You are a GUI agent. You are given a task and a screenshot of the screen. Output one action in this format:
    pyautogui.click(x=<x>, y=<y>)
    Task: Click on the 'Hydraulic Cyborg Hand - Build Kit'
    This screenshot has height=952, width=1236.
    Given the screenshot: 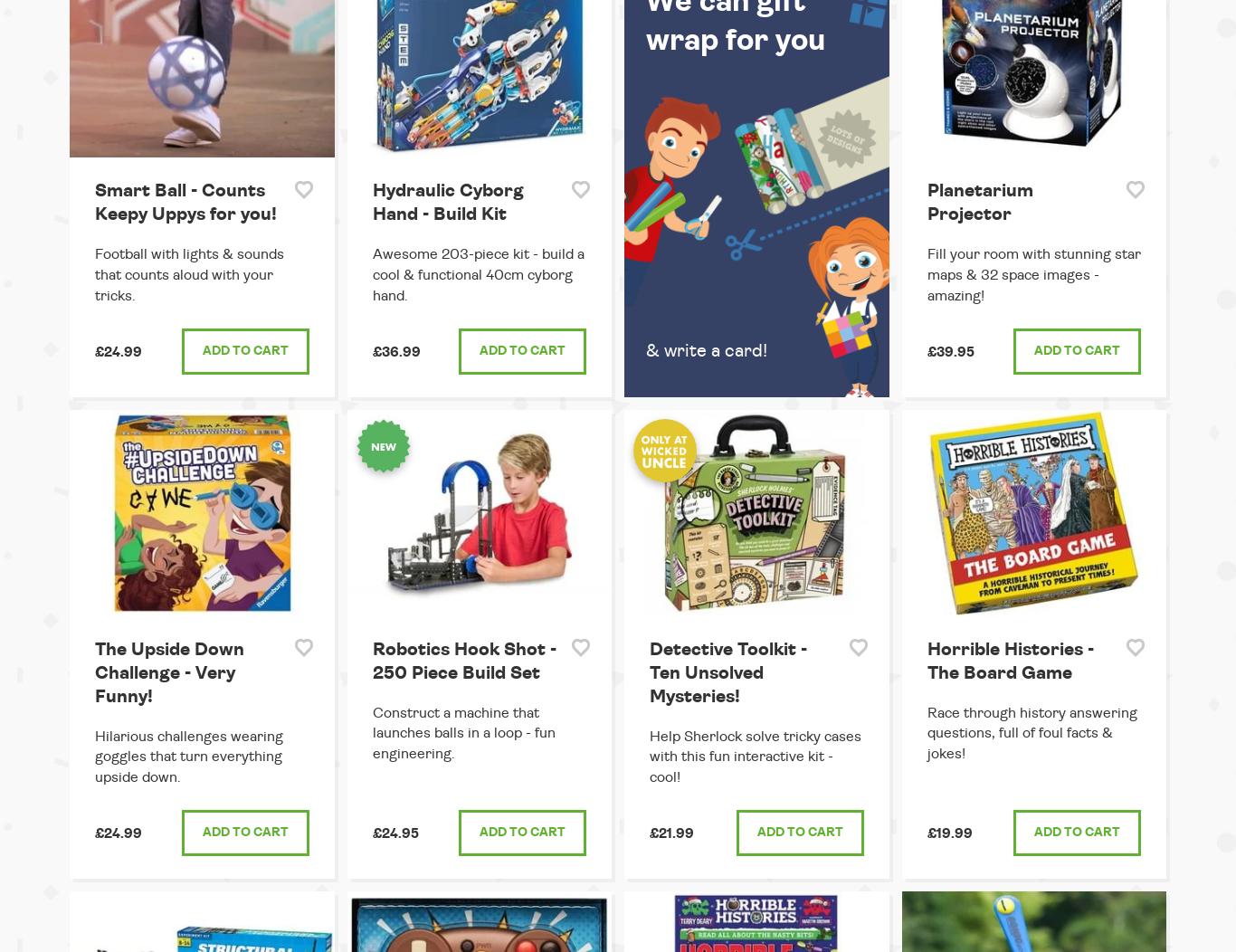 What is the action you would take?
    pyautogui.click(x=447, y=201)
    